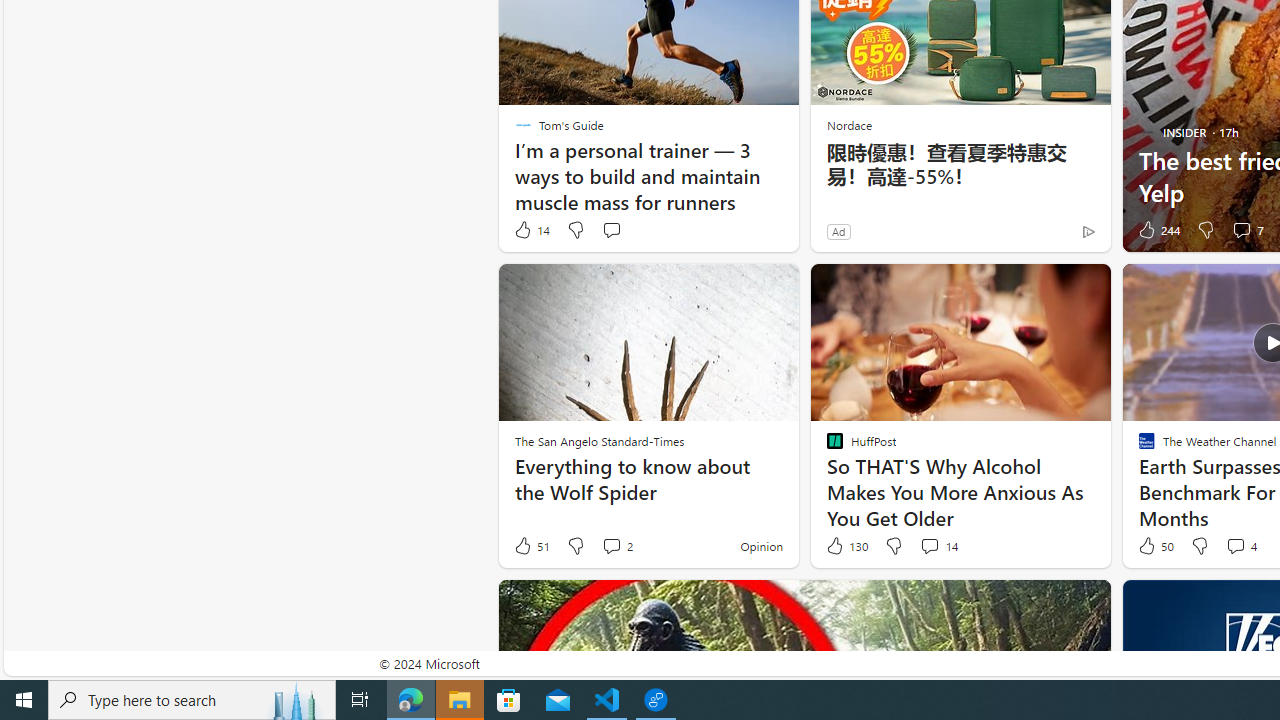 The height and width of the screenshot is (720, 1280). I want to click on '244 Like', so click(1157, 229).